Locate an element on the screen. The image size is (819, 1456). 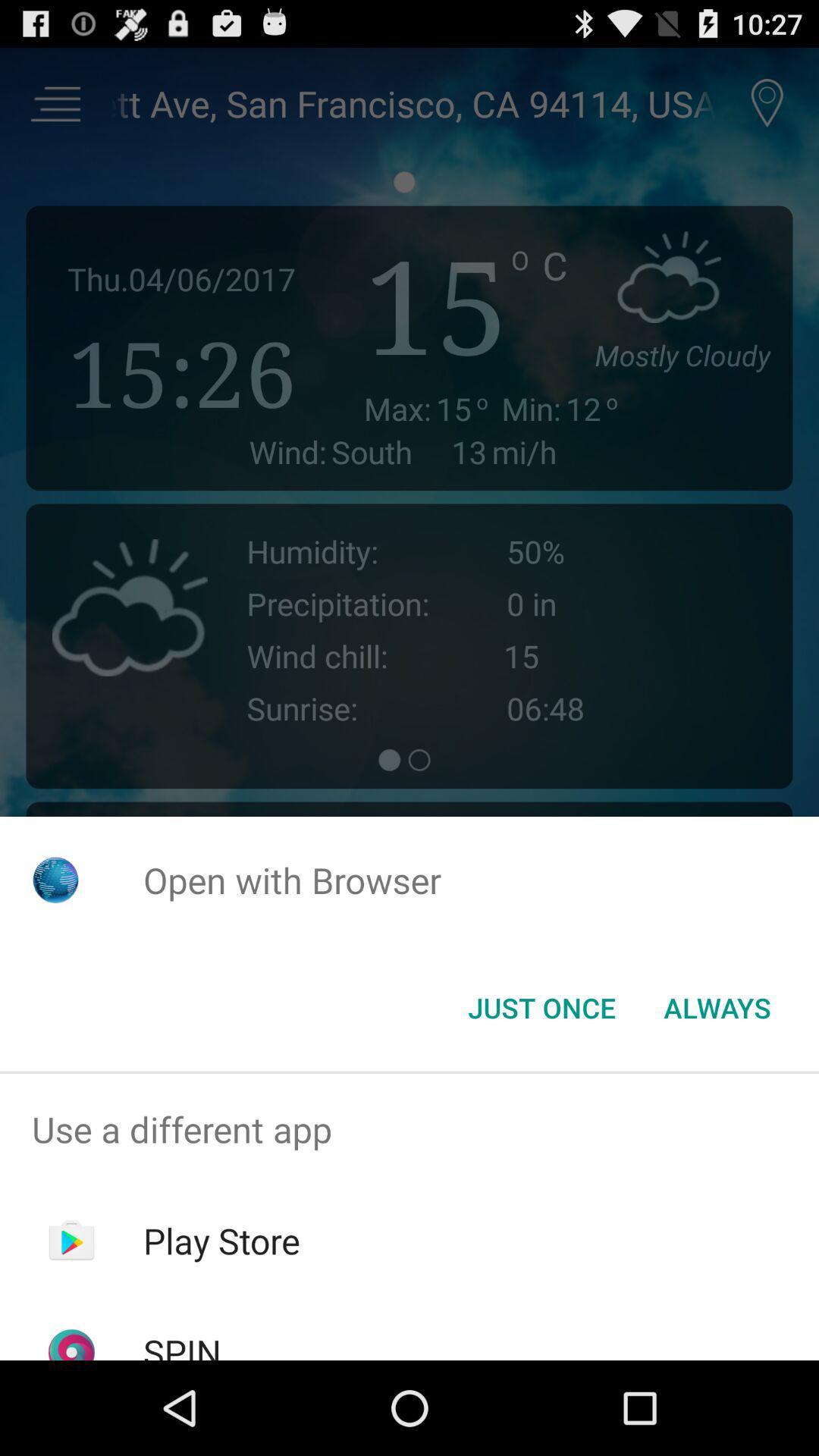
the app below use a different is located at coordinates (221, 1241).